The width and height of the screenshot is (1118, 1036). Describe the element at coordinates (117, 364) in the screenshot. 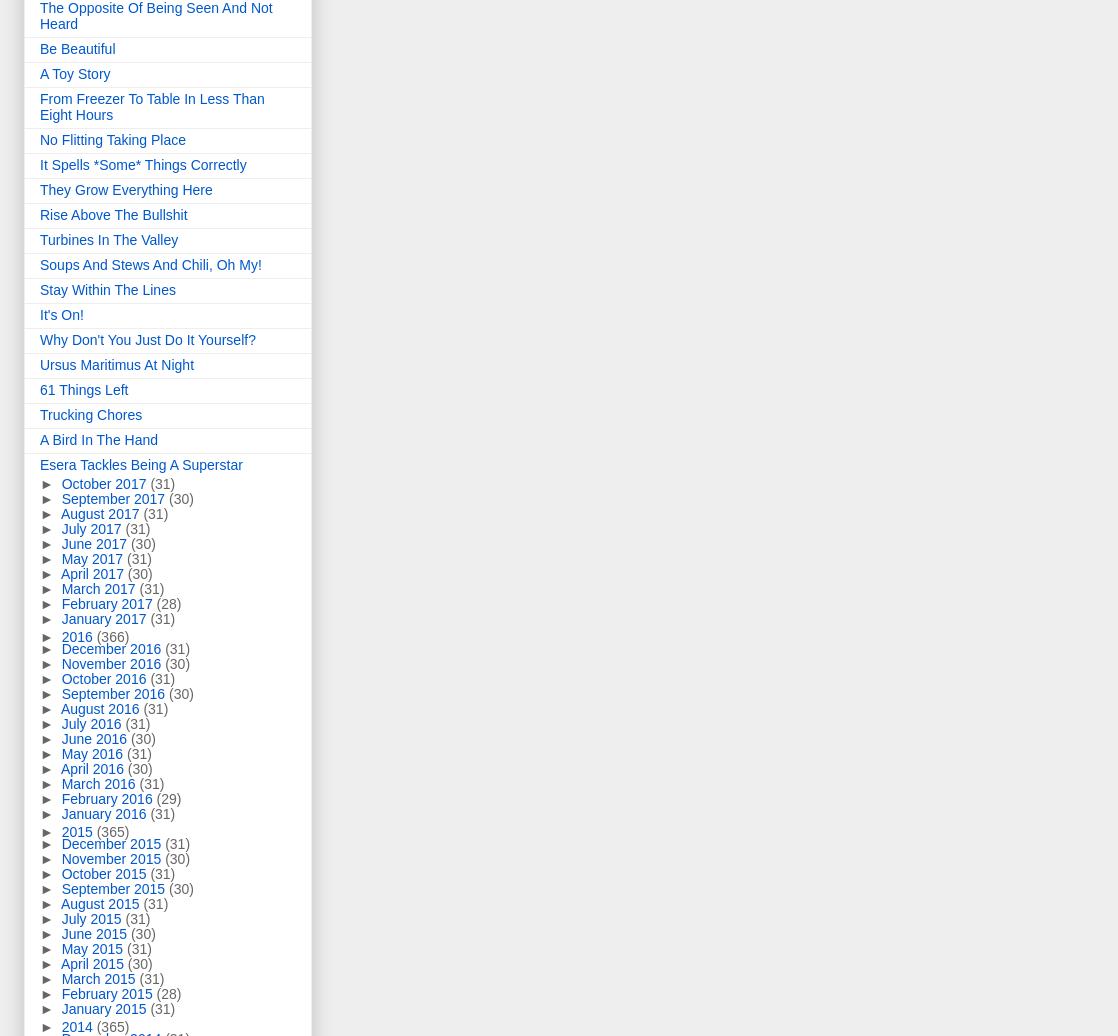

I see `'Ursus Maritimus At Night'` at that location.